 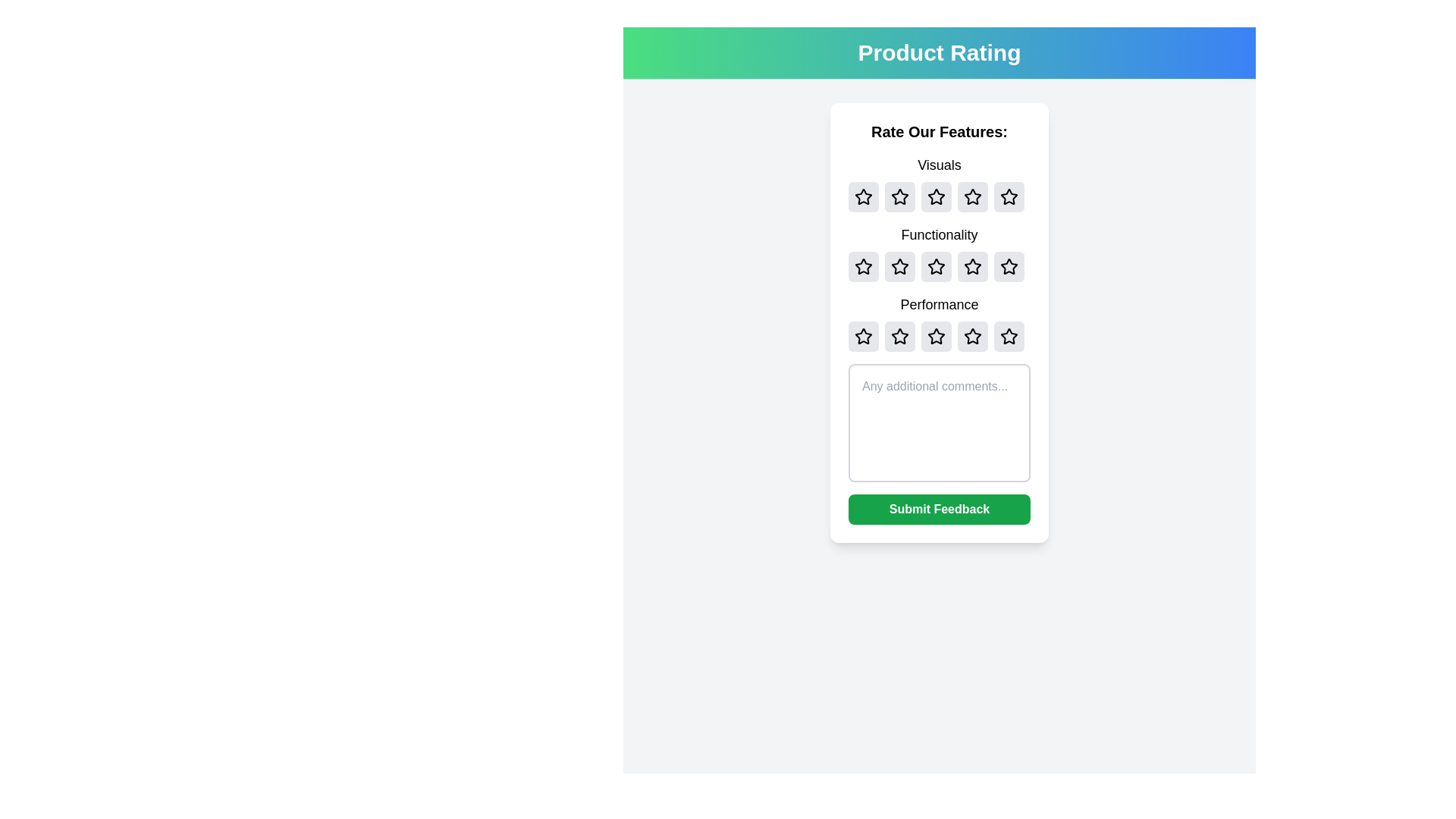 I want to click on the third star-shaped rating icon with a white background and black border under the 'Performance' category, so click(x=935, y=335).